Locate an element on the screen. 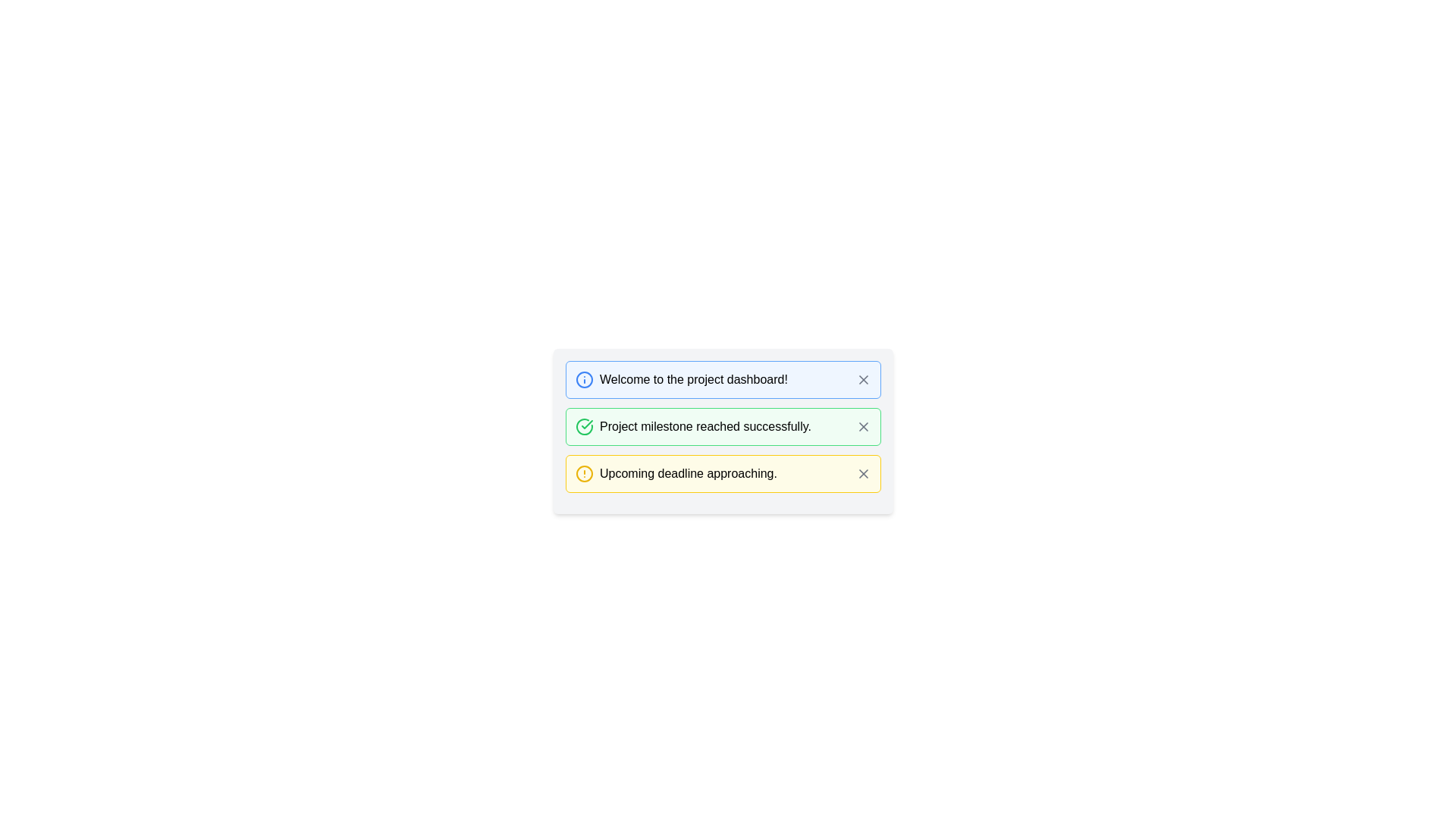 The width and height of the screenshot is (1456, 819). the Decorative icon, which is a circular icon with a blue outline located to the left of the text 'Welcome to the project dashboard!' is located at coordinates (584, 379).